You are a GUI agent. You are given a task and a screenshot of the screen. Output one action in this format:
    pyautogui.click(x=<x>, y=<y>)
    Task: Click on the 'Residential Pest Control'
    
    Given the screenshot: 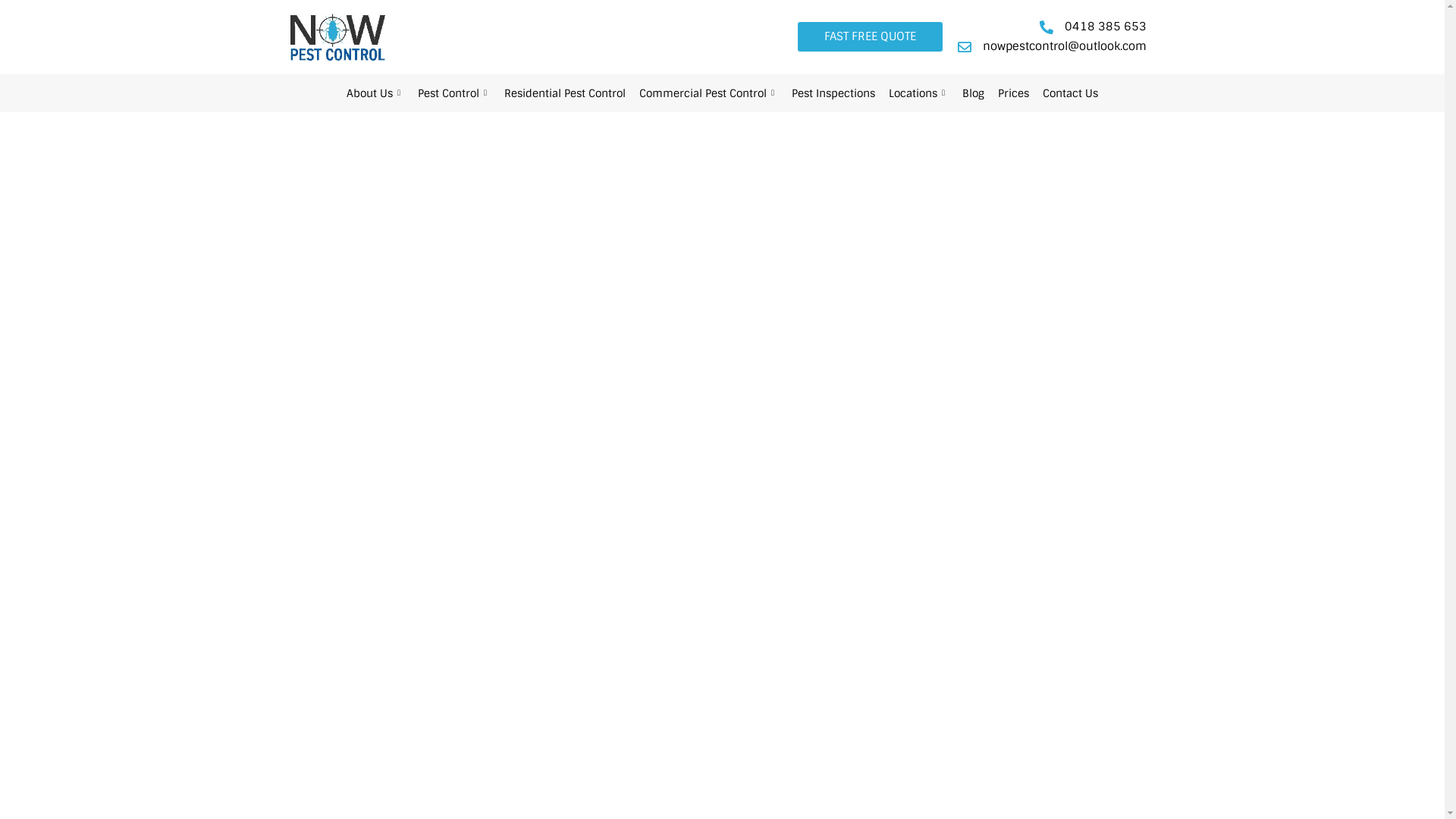 What is the action you would take?
    pyautogui.click(x=563, y=93)
    